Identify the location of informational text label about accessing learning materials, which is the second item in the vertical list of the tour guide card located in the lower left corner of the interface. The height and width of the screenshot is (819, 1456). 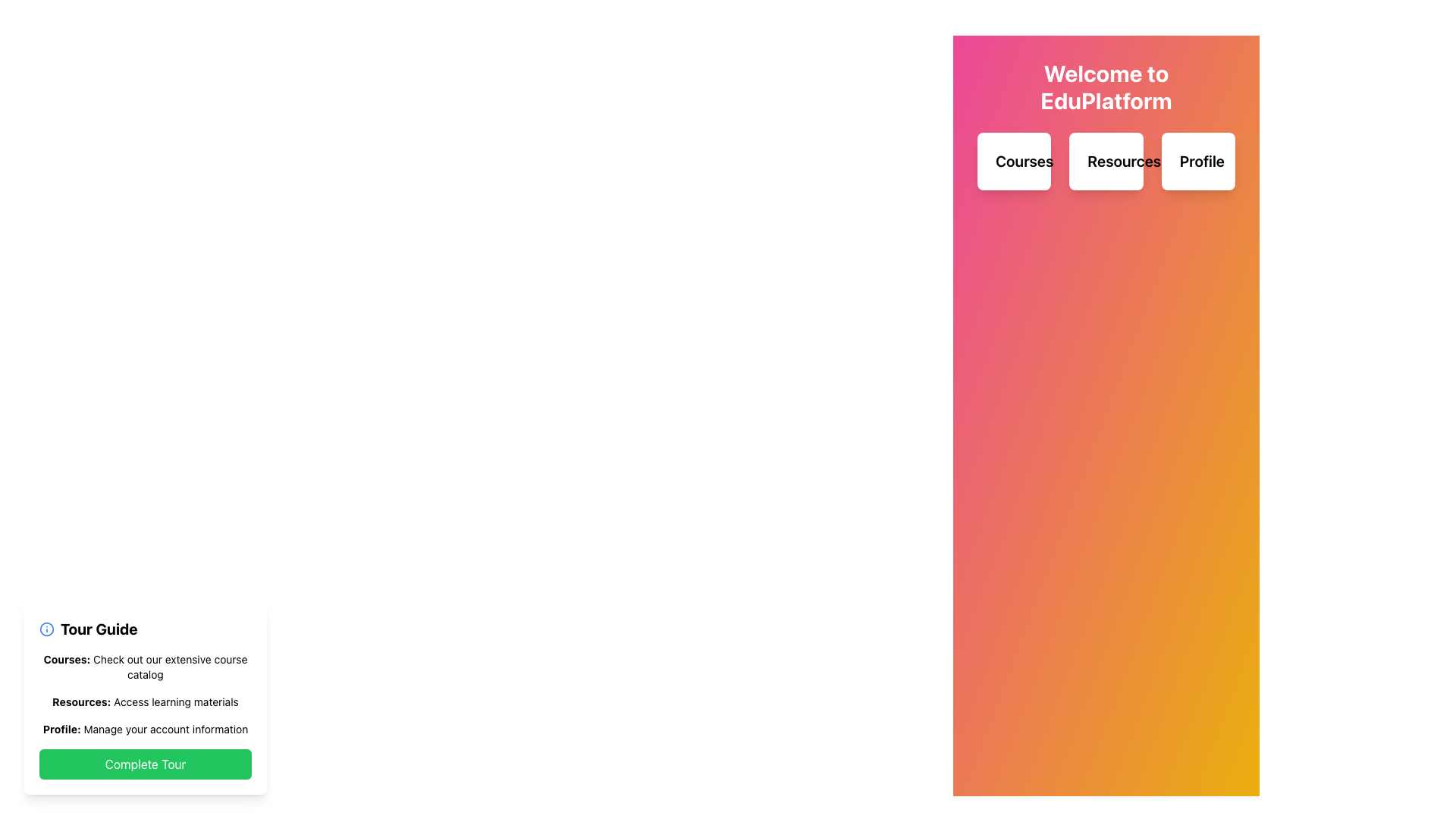
(146, 701).